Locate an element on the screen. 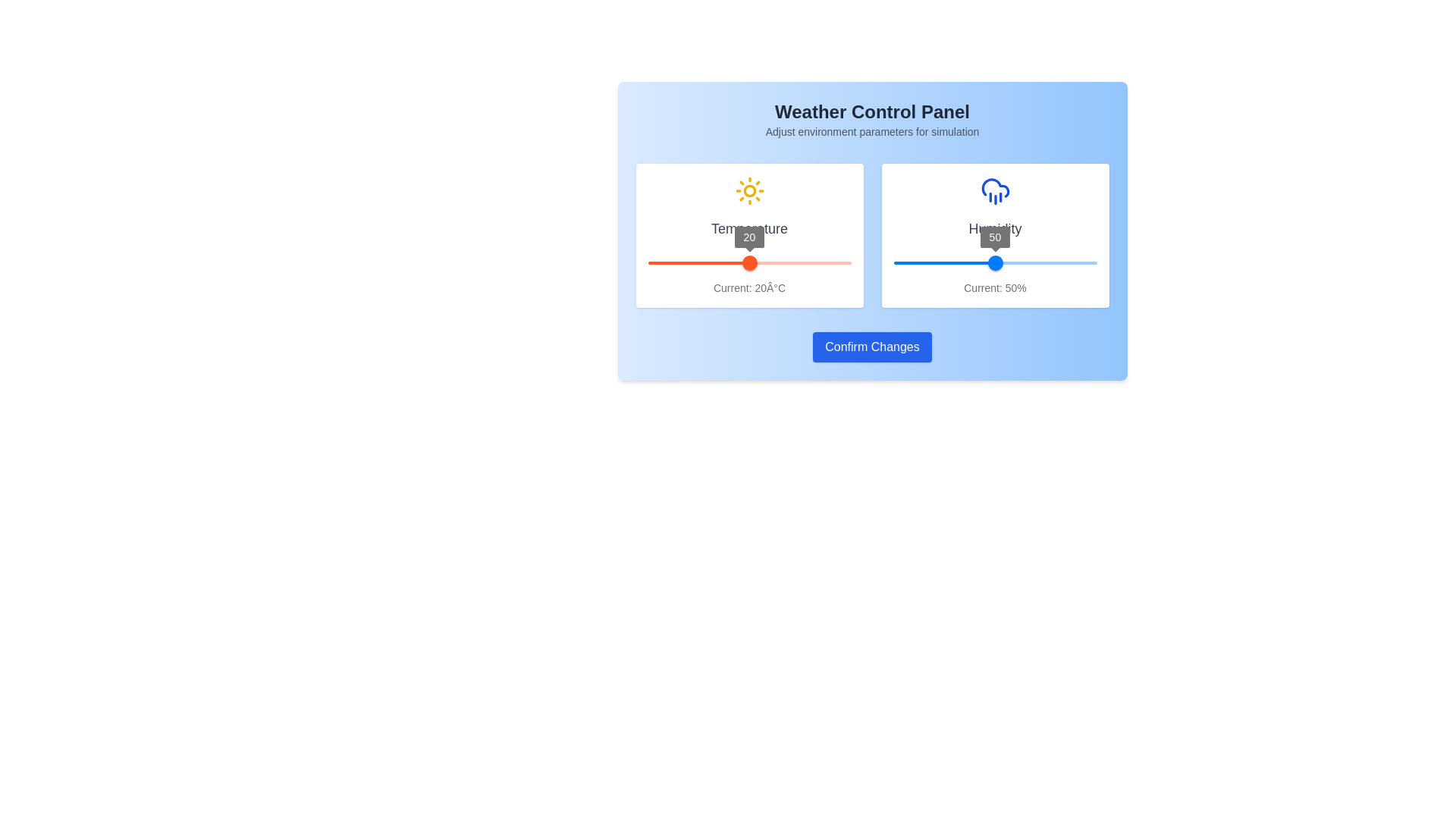  humidity is located at coordinates (934, 262).